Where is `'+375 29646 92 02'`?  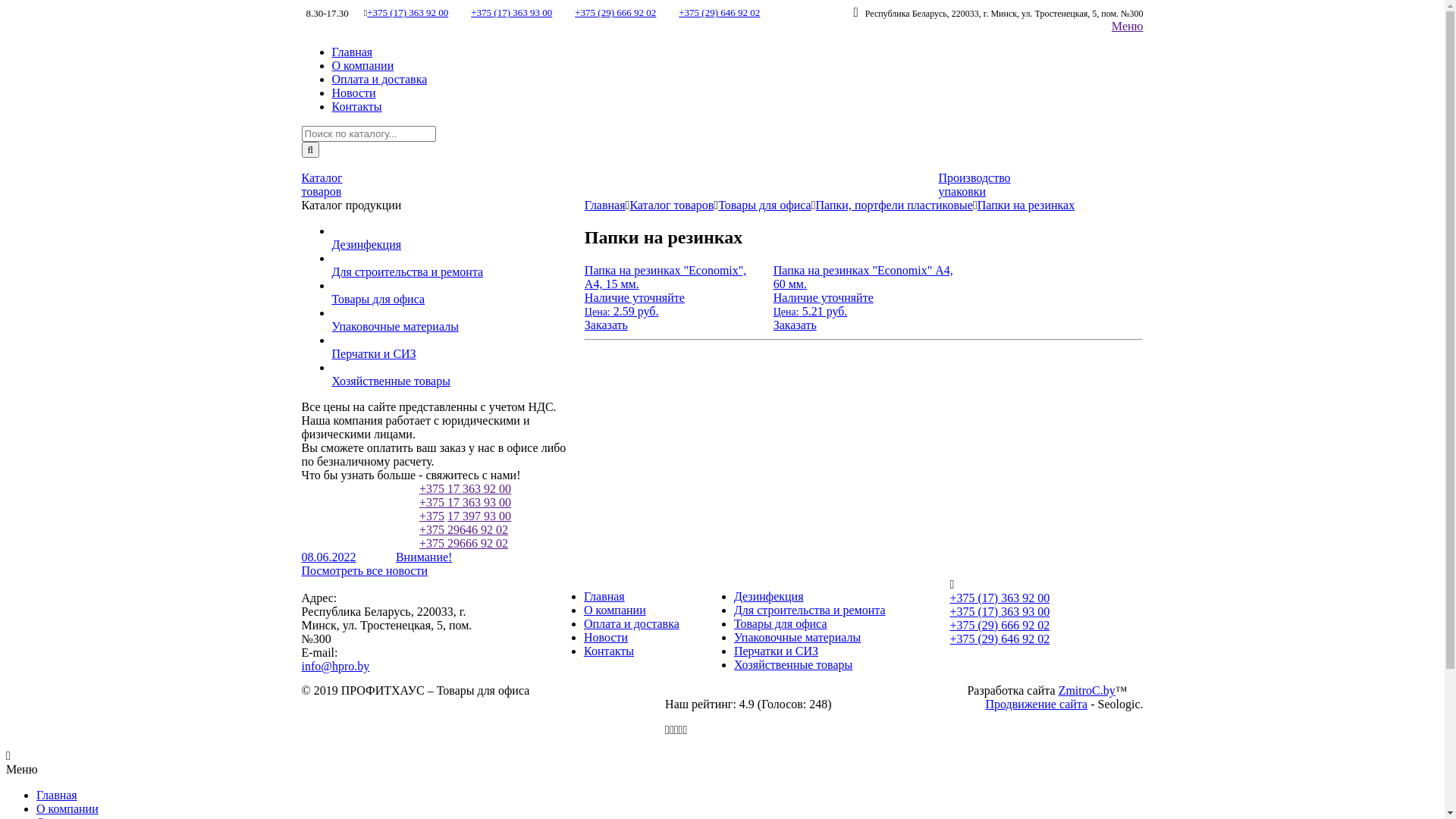
'+375 29646 92 02' is located at coordinates (463, 529).